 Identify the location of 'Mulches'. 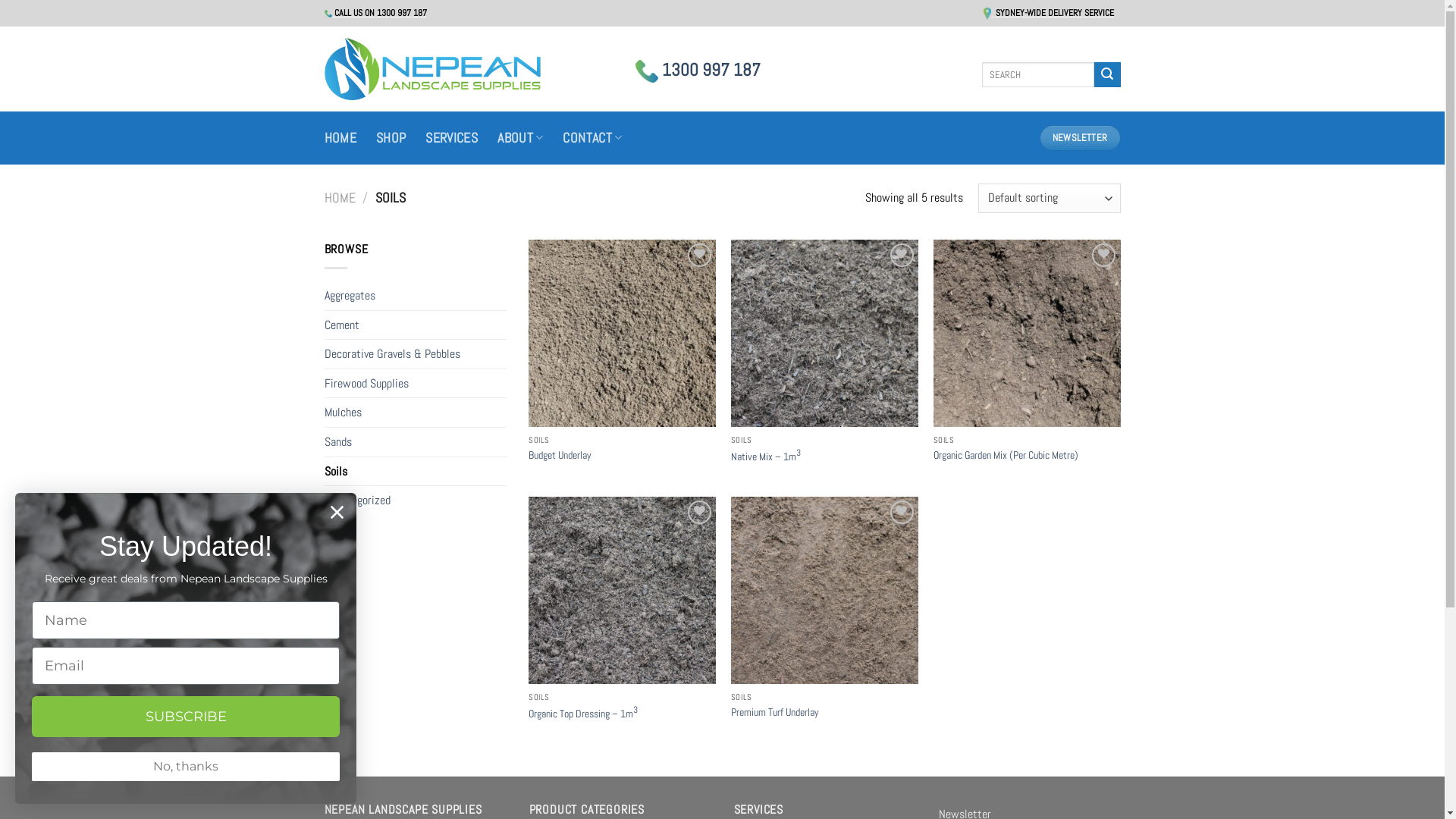
(415, 412).